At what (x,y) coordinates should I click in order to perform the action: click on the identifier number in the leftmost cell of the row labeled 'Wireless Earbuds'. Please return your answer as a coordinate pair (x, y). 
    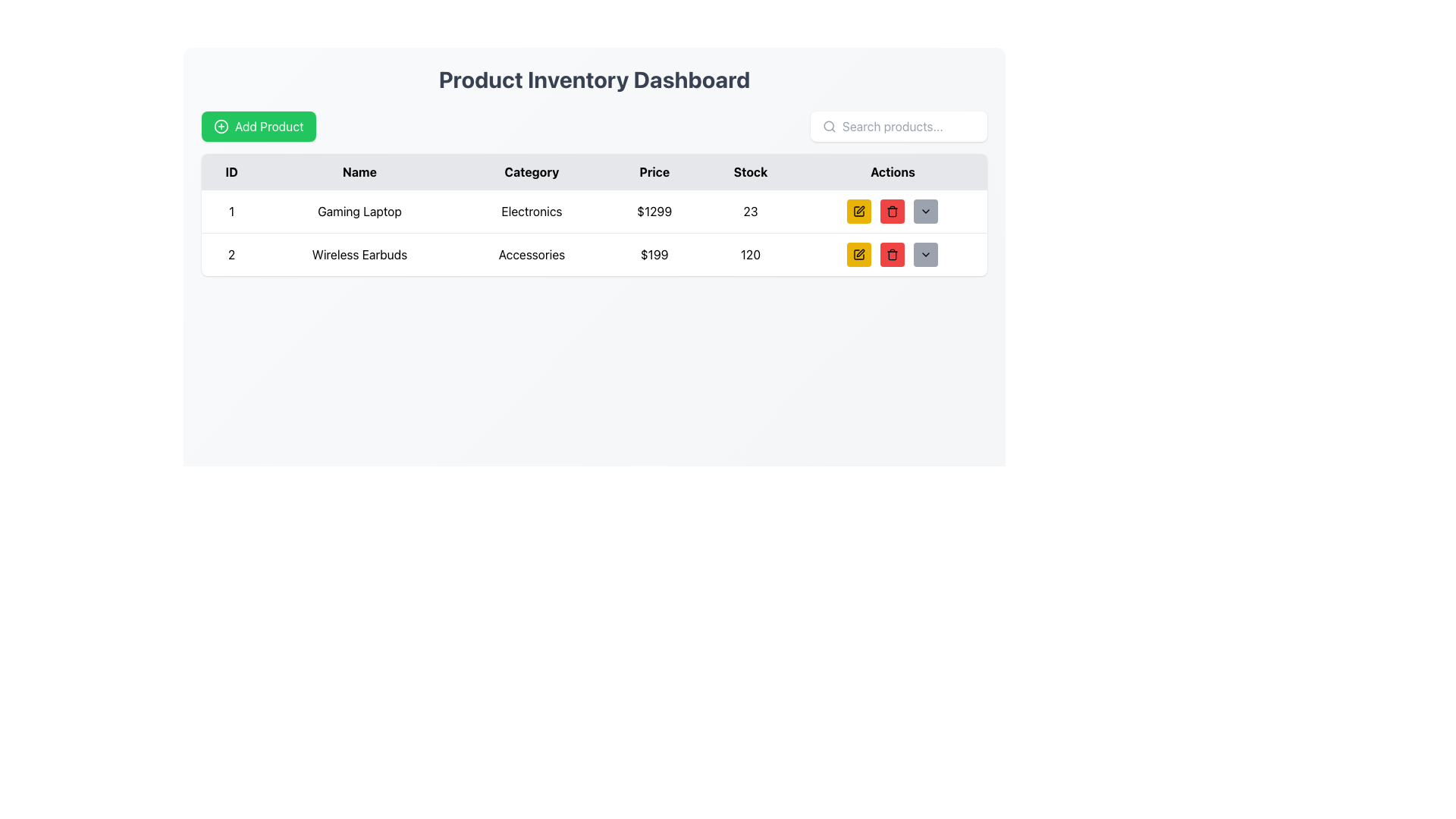
    Looking at the image, I should click on (231, 253).